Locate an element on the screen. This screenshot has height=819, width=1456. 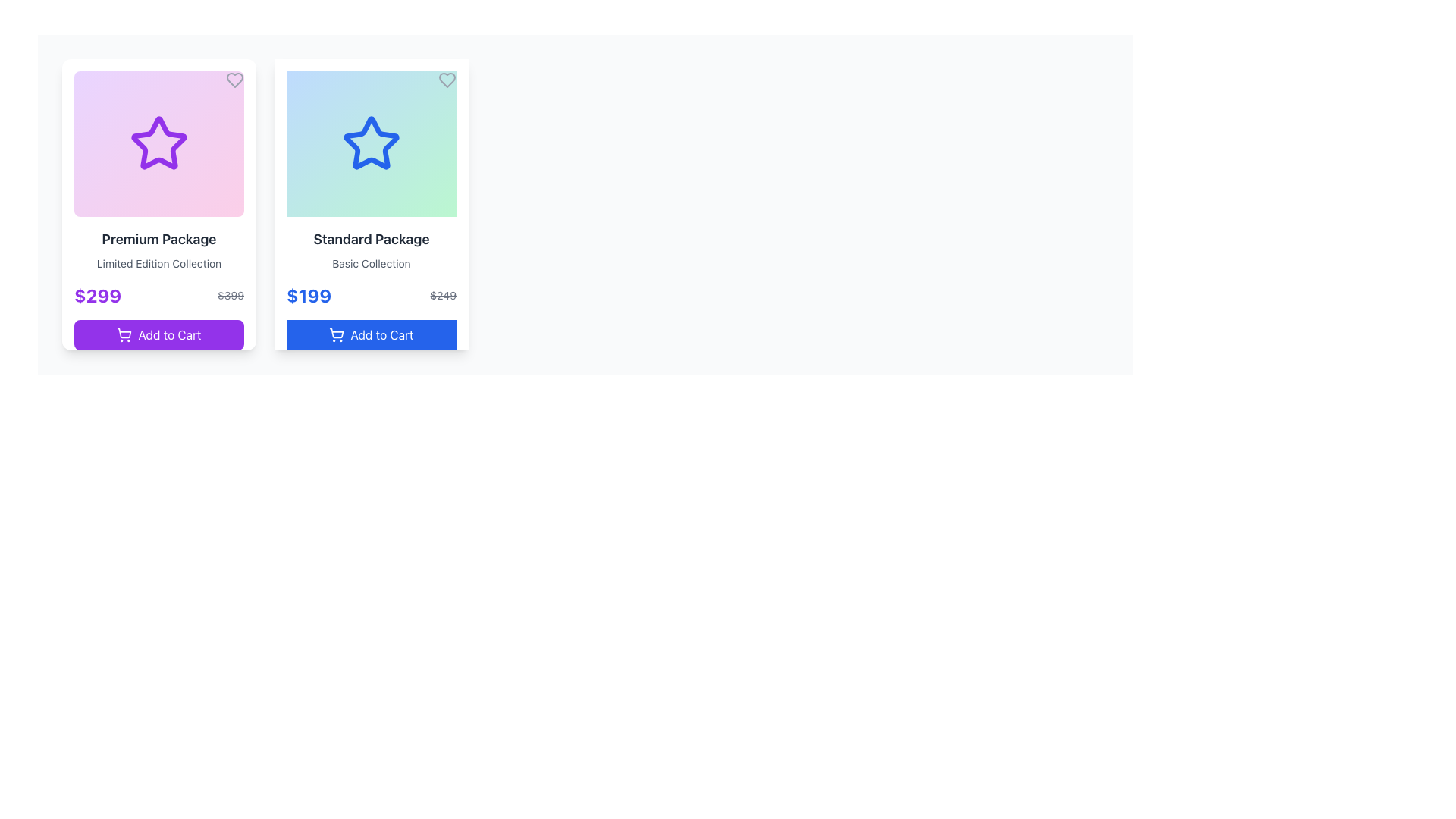
the decorative image section located in the upper section of the 'Premium Package' card, which serves as a visual emphasis above the textual description and price details is located at coordinates (159, 143).